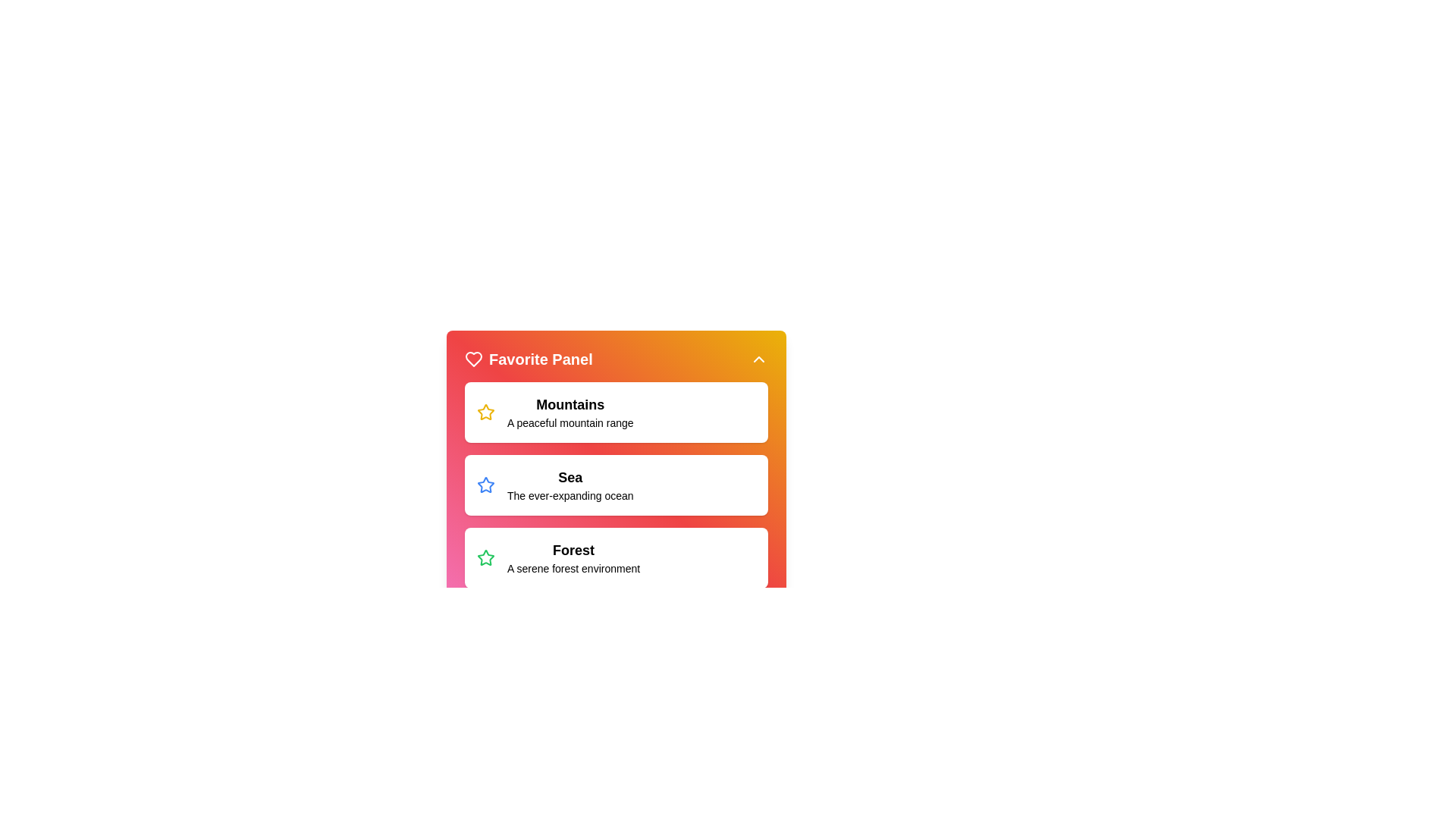 The height and width of the screenshot is (819, 1456). Describe the element at coordinates (472, 359) in the screenshot. I see `the heart-shaped icon outlined in white against a red background, which is located to the left of the text 'Favorite Panel' in the header section` at that location.